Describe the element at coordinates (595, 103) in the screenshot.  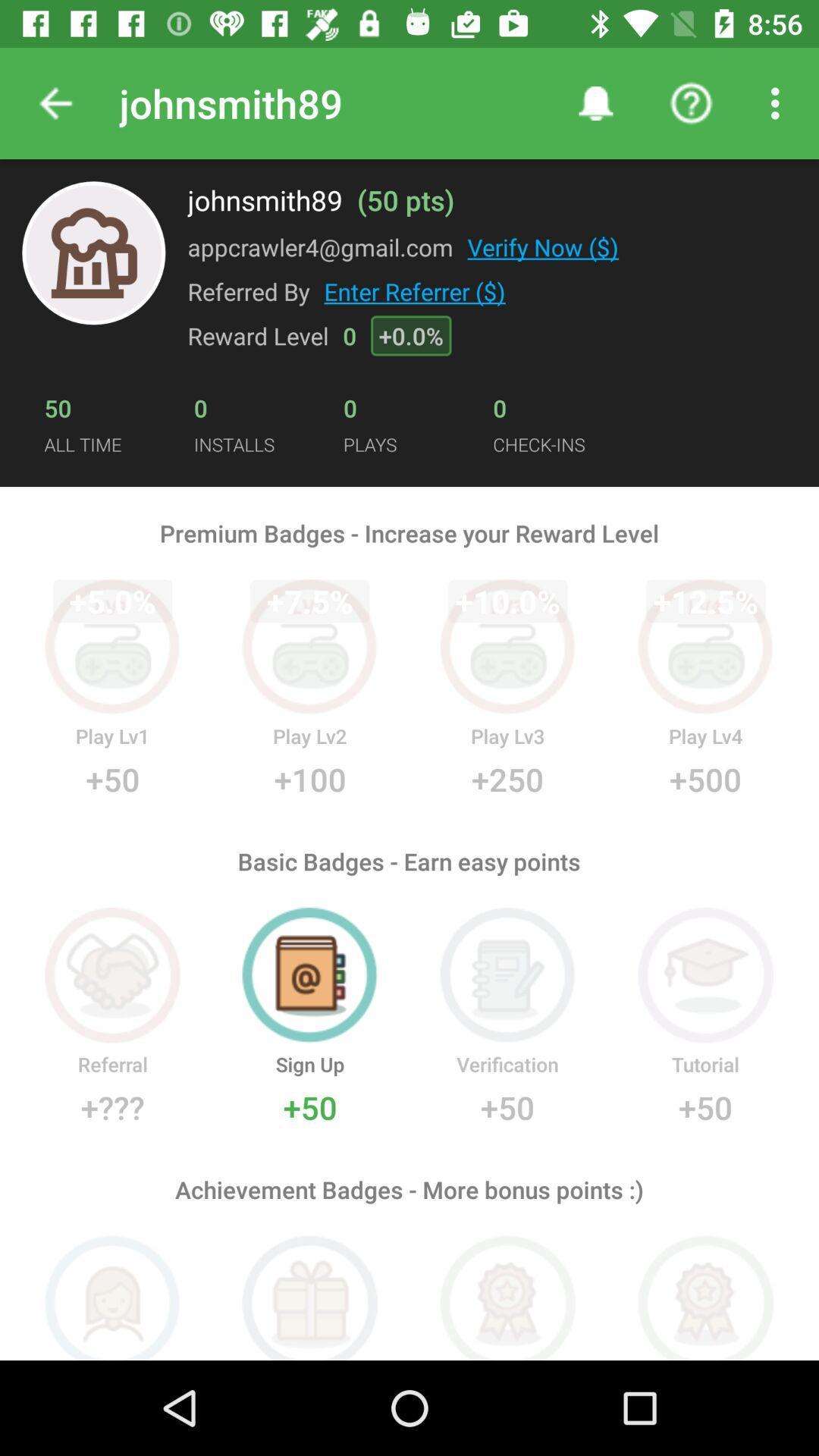
I see `the notification symbol` at that location.